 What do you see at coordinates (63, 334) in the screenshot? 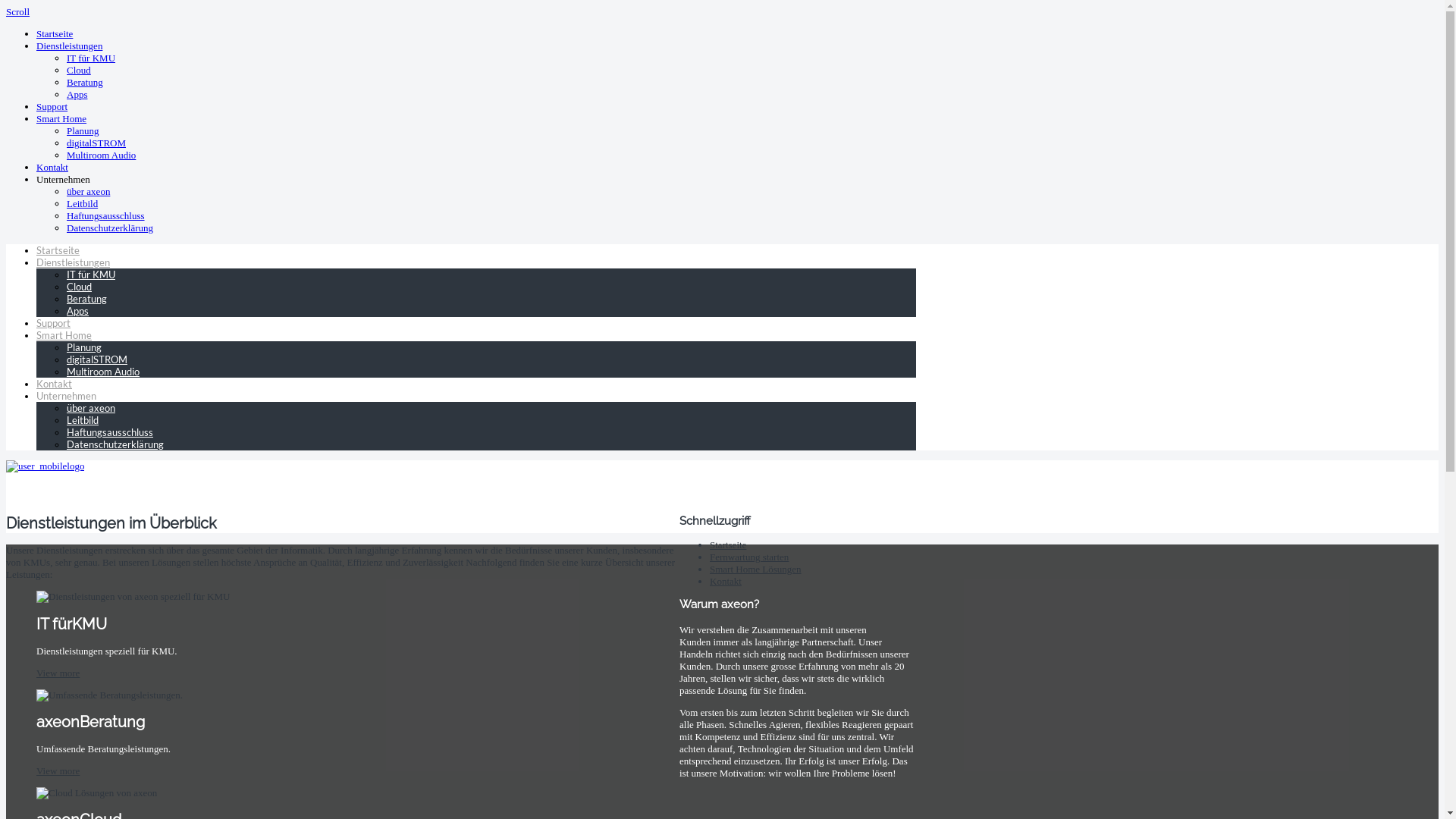
I see `'Smart Home'` at bounding box center [63, 334].